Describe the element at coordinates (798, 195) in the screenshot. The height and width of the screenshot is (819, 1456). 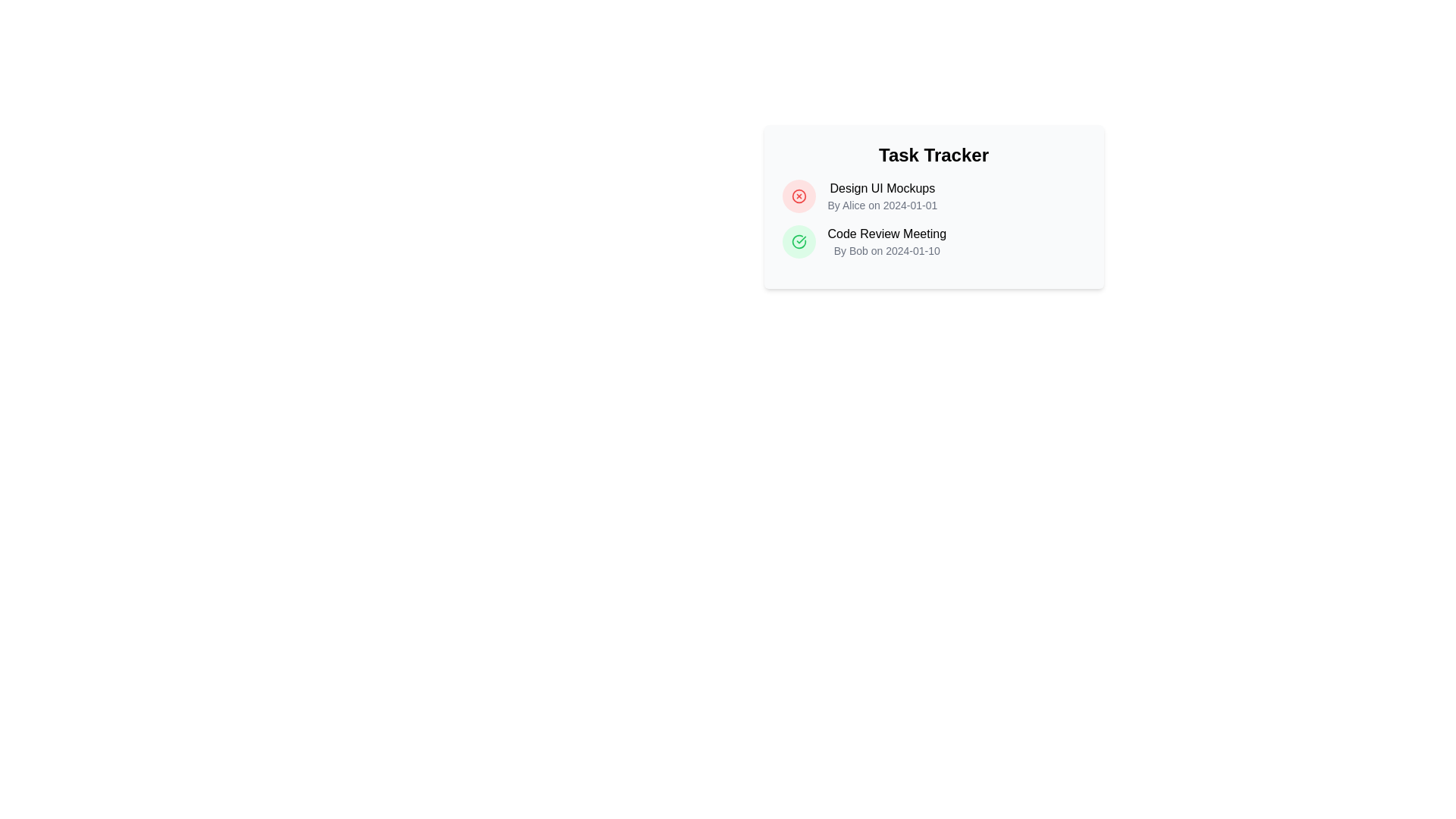
I see `the status icon located` at that location.